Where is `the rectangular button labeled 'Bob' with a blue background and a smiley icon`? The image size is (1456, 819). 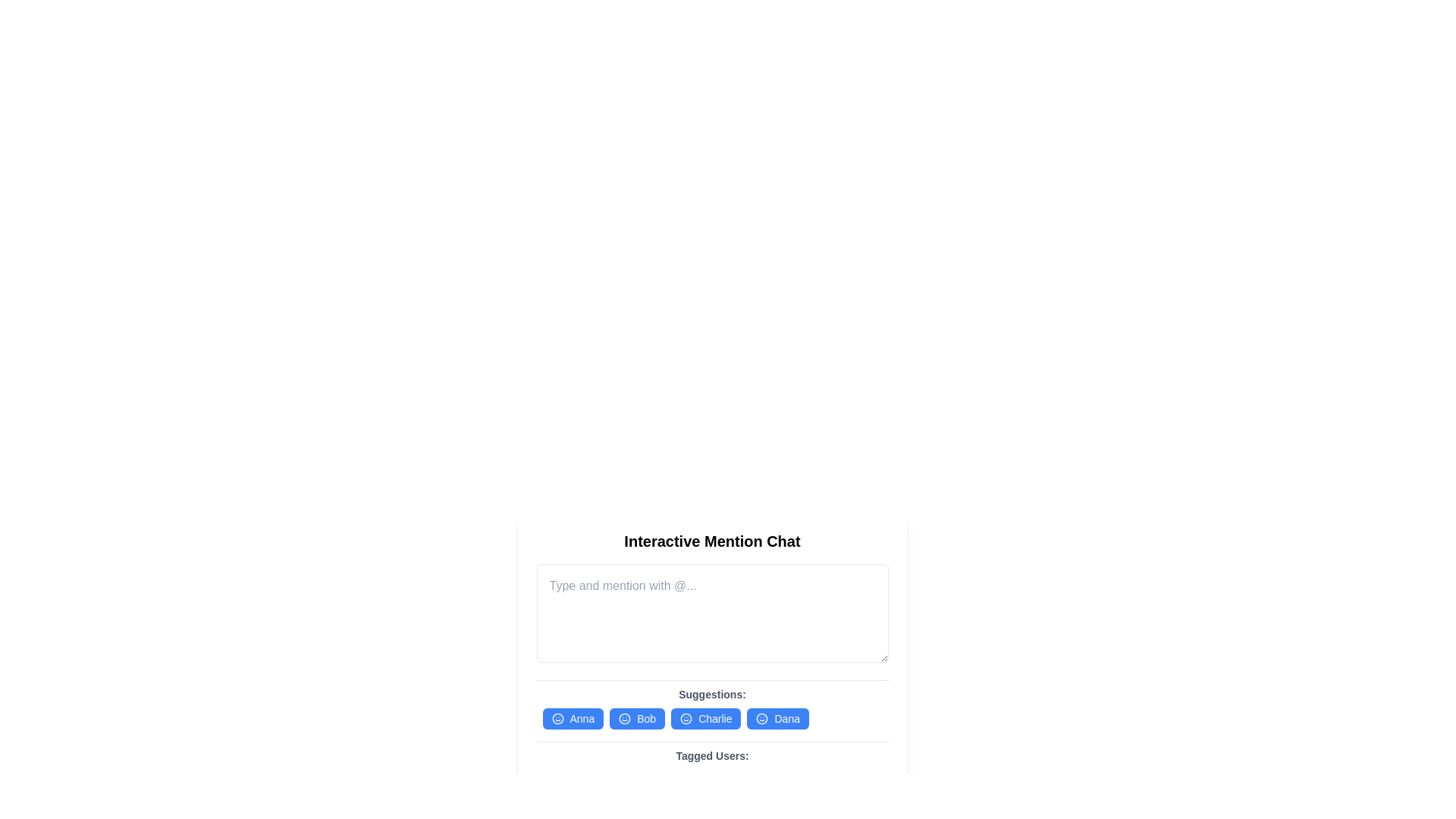
the rectangular button labeled 'Bob' with a blue background and a smiley icon is located at coordinates (637, 718).